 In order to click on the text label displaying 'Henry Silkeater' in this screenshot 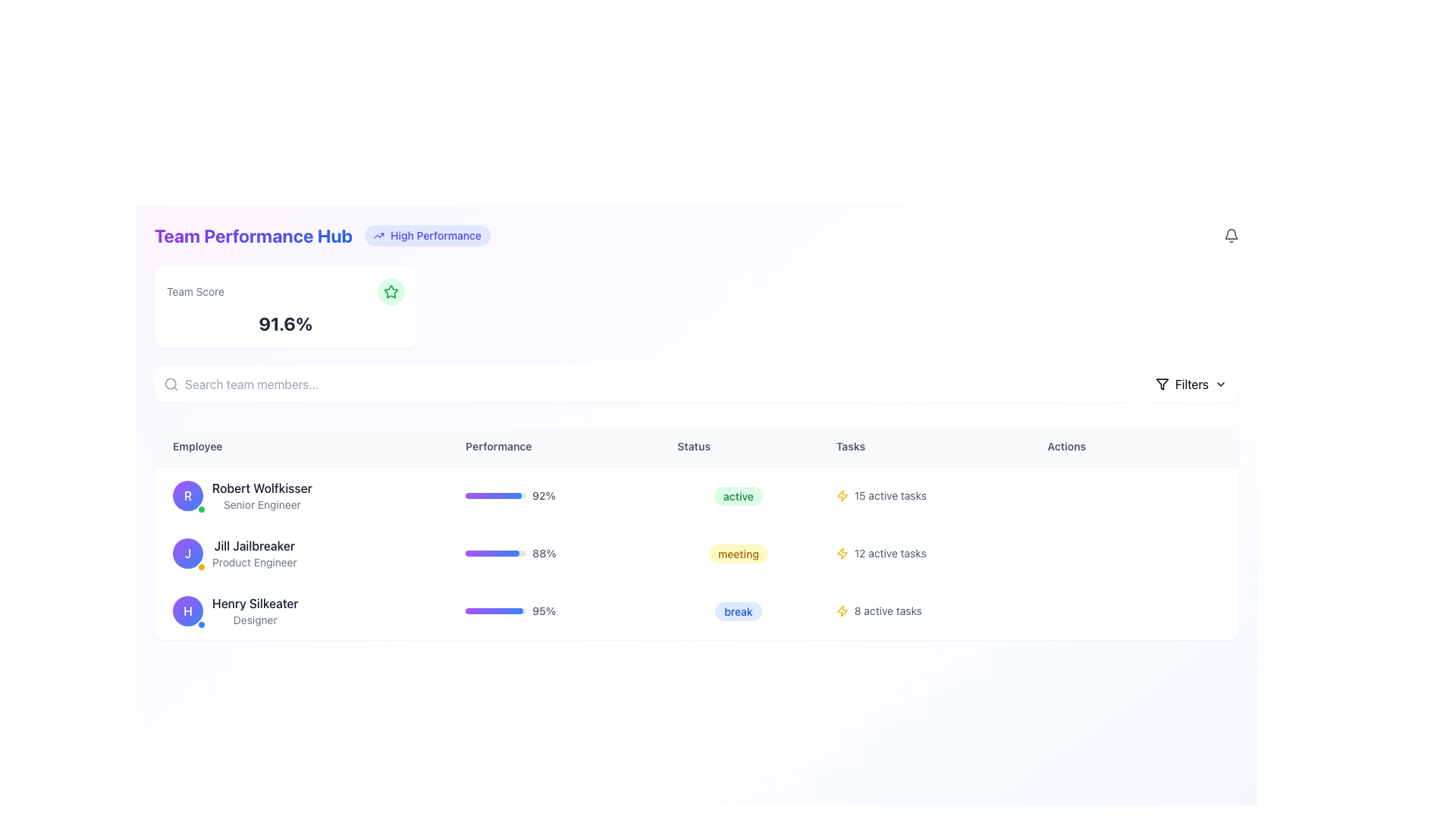, I will do `click(255, 602)`.